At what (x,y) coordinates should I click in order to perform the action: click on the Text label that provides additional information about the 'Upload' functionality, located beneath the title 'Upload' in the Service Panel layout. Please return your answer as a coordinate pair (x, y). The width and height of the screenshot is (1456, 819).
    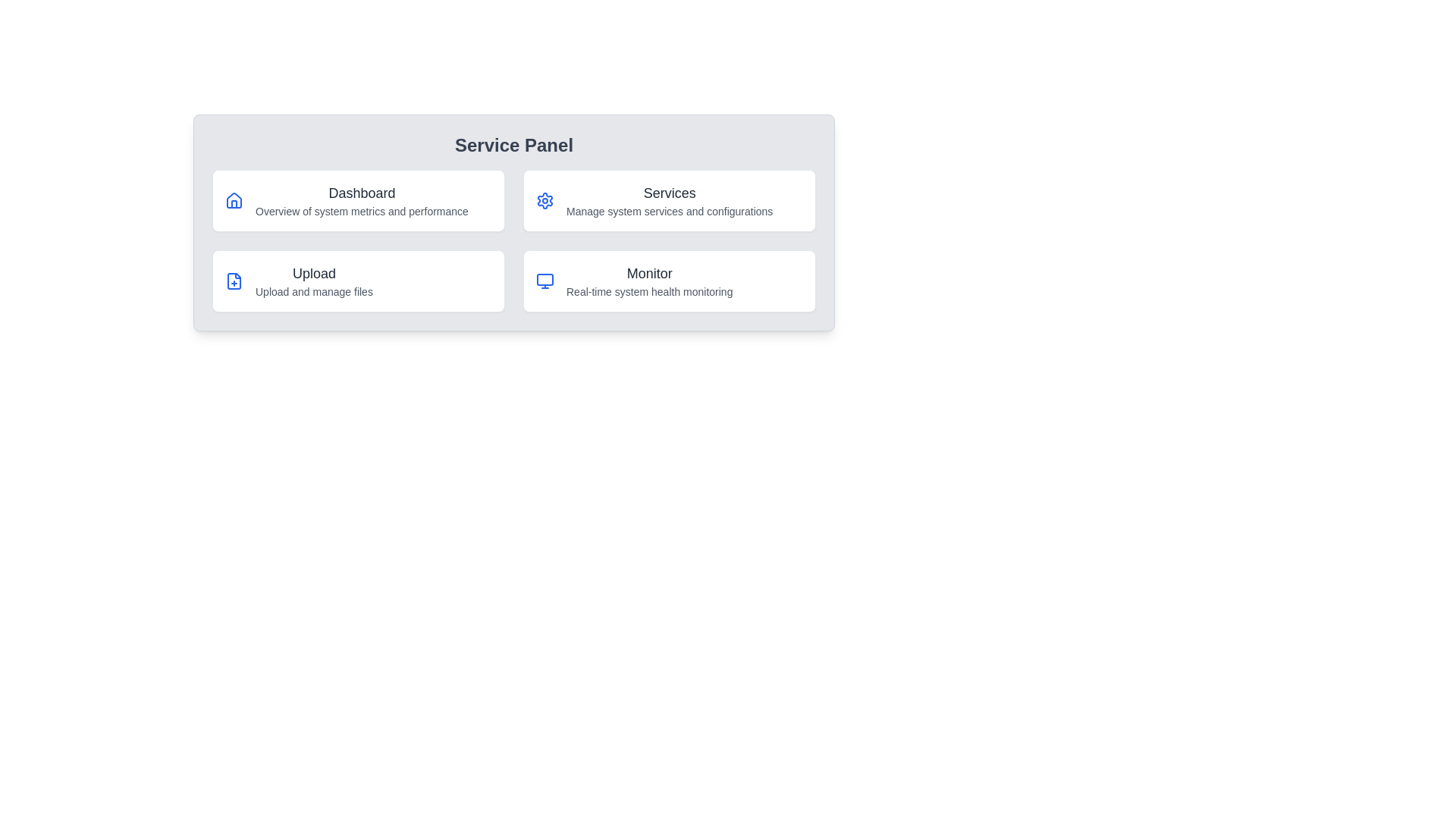
    Looking at the image, I should click on (313, 292).